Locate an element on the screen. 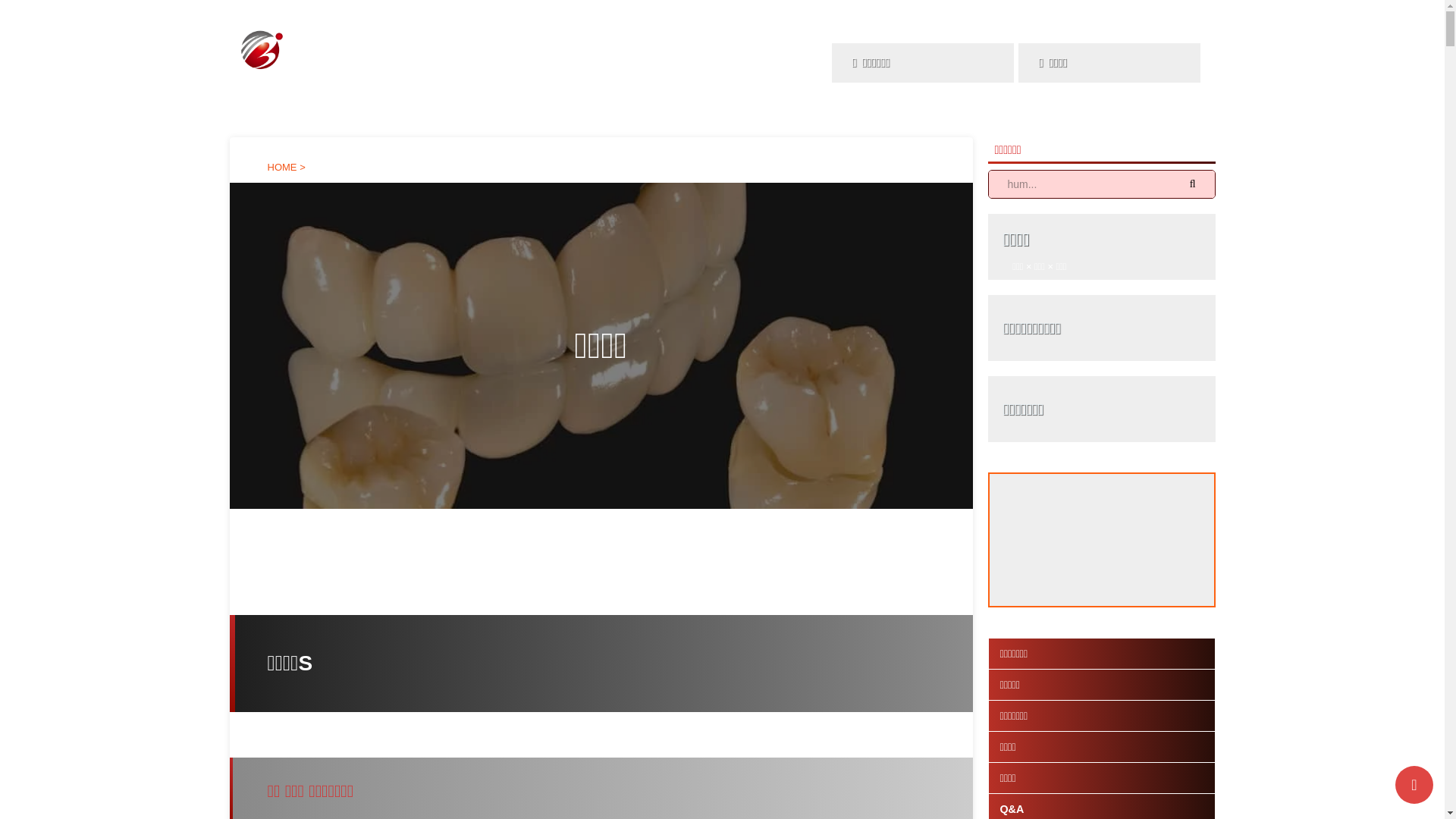 Image resolution: width=1456 pixels, height=819 pixels. 'HOME' is located at coordinates (283, 167).